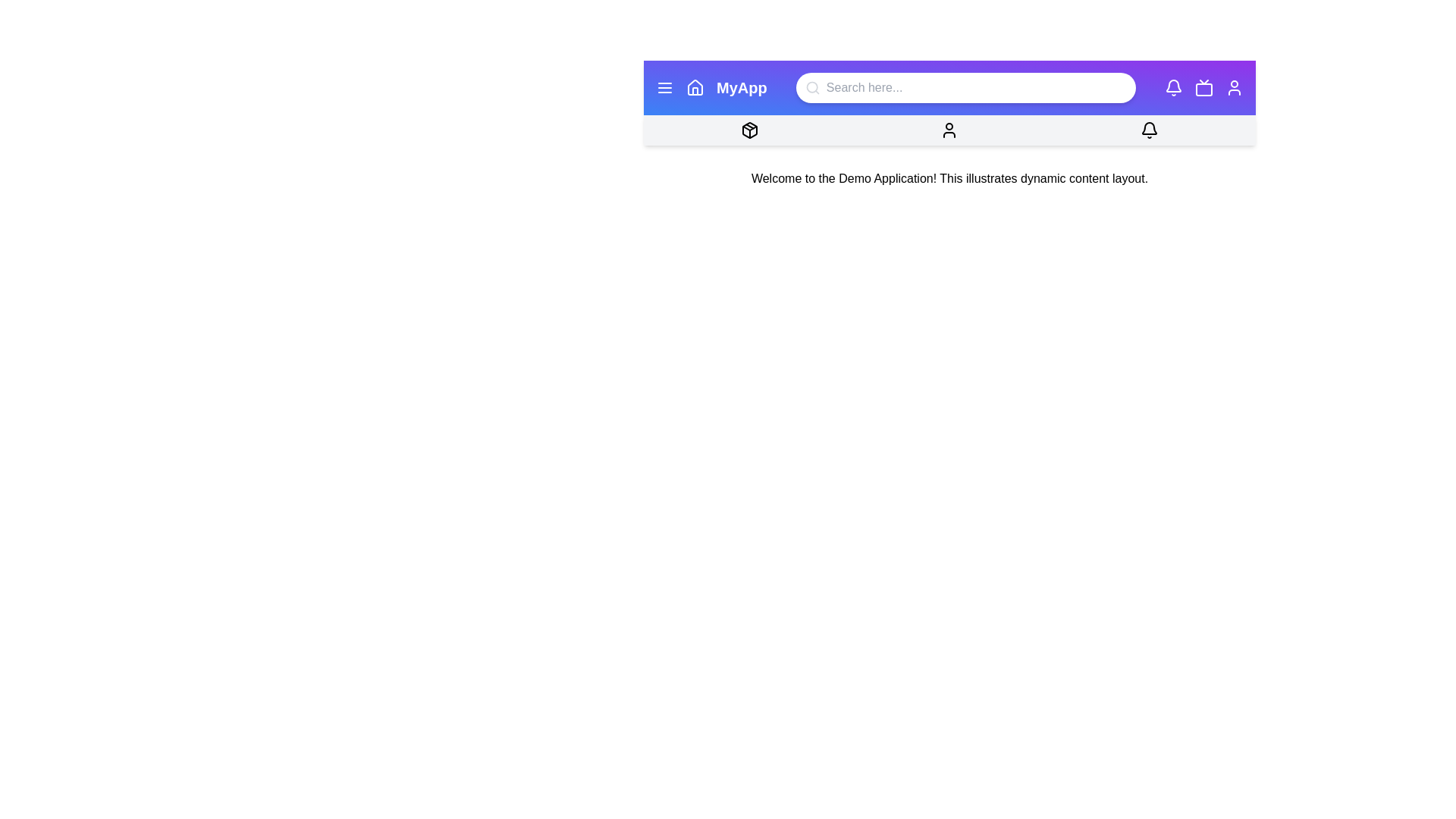  What do you see at coordinates (964, 87) in the screenshot?
I see `the search input field to focus on it` at bounding box center [964, 87].